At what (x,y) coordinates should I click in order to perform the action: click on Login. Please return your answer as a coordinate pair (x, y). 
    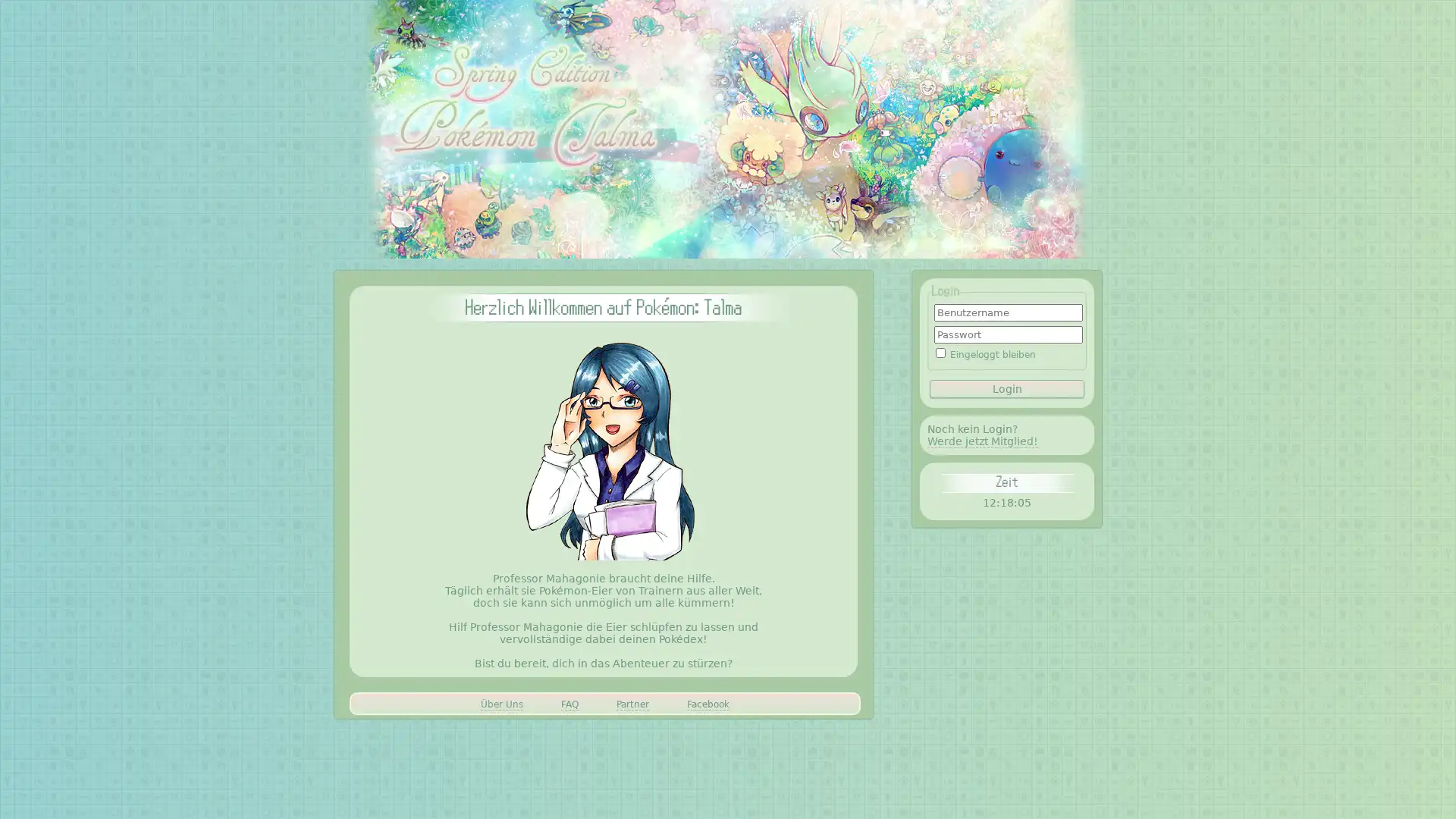
    Looking at the image, I should click on (1007, 388).